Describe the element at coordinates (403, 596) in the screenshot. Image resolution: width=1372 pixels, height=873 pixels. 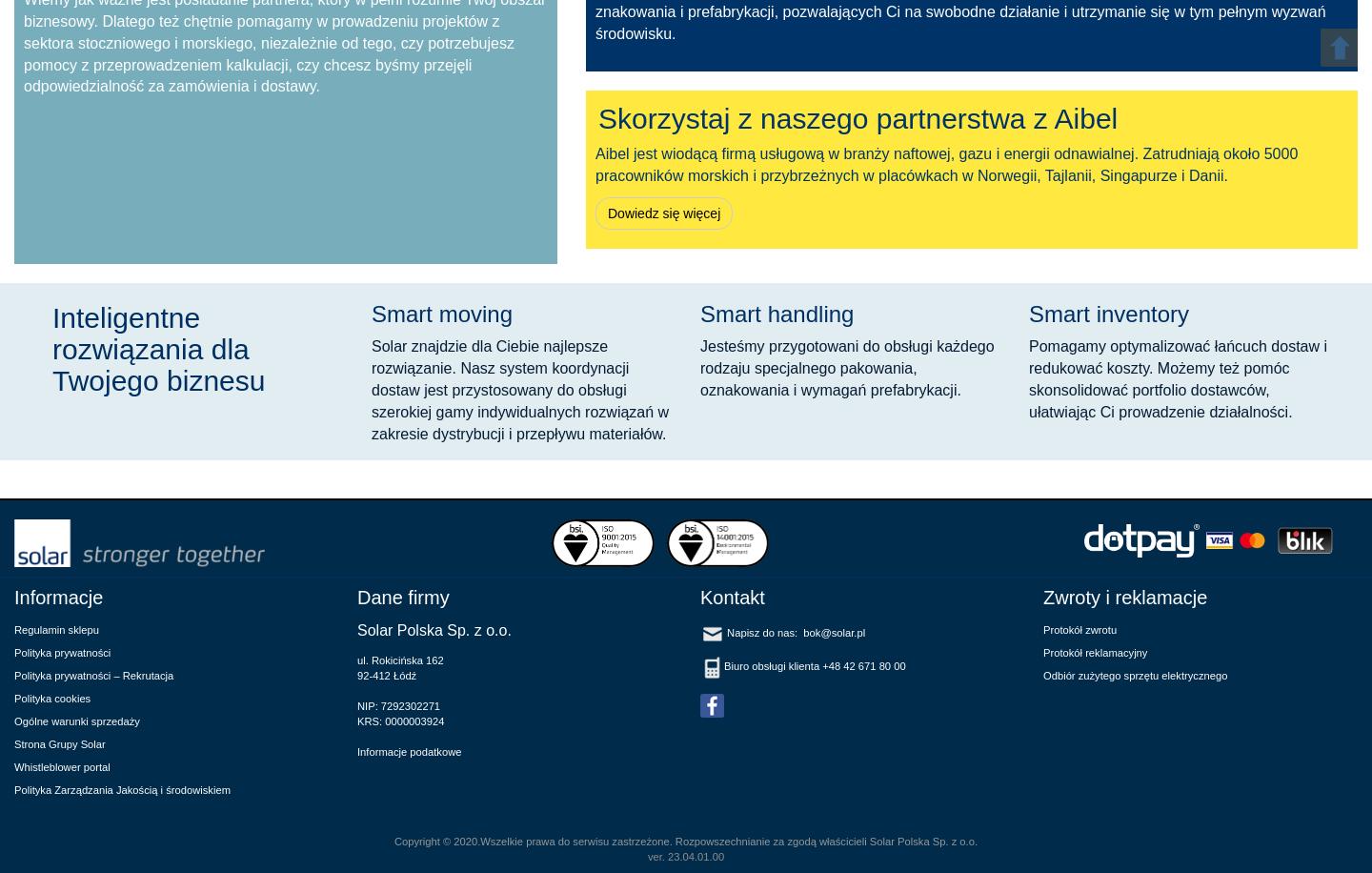
I see `'Dane firmy'` at that location.